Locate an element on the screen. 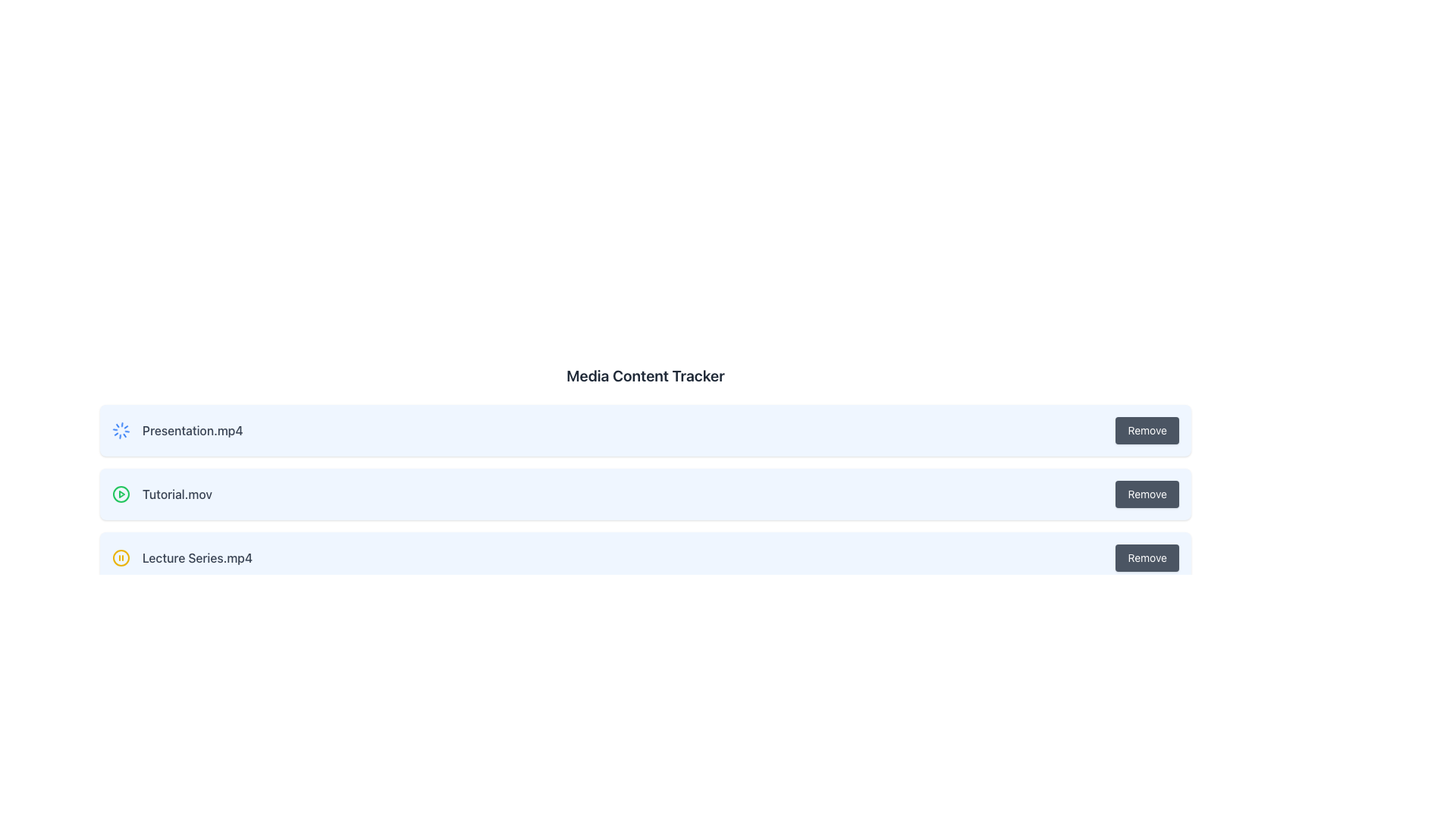  the 'Tutorial.mov' text label element is located at coordinates (177, 494).